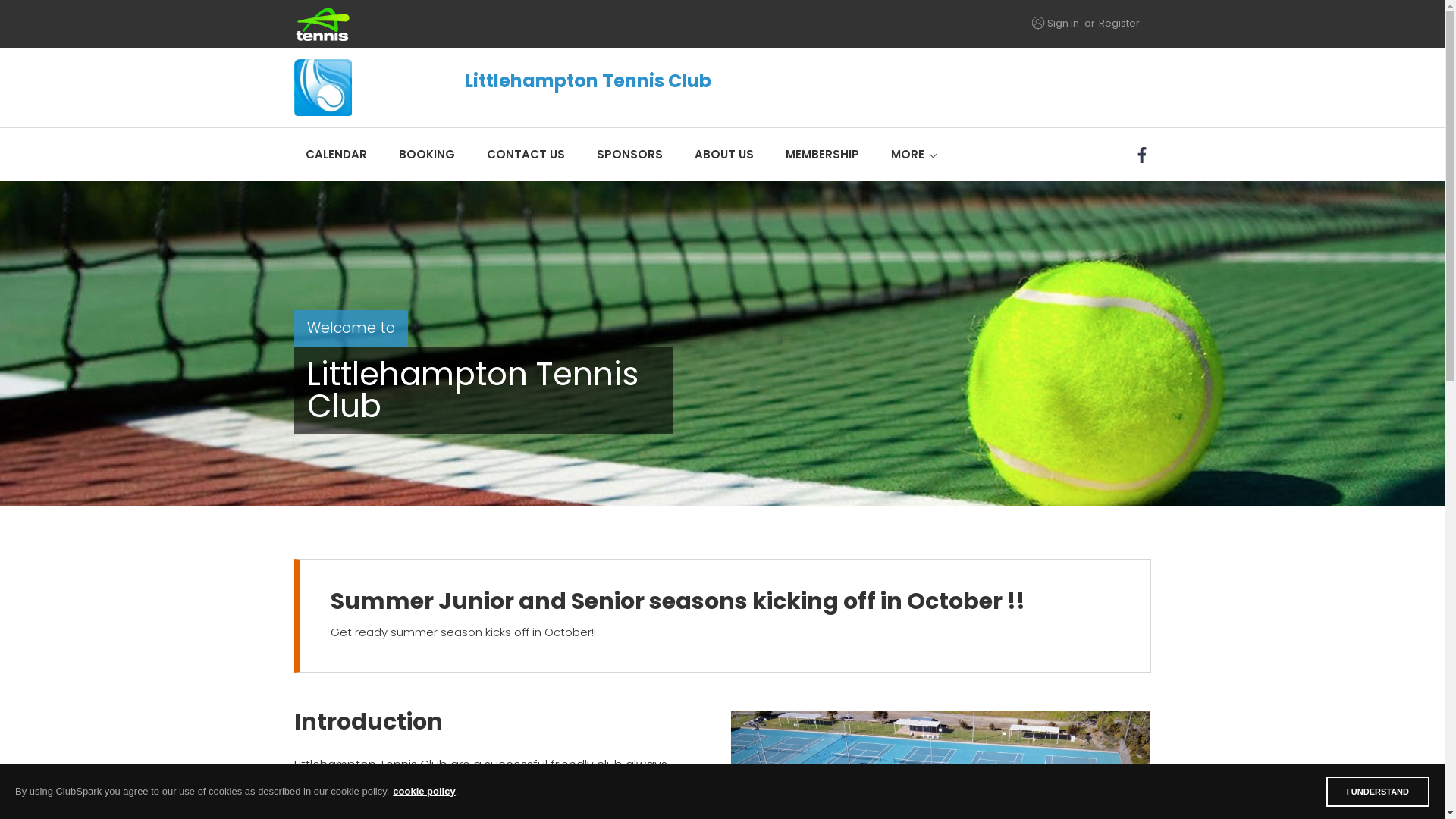 The image size is (1456, 819). Describe the element at coordinates (1378, 791) in the screenshot. I see `'I UNDERSTAND'` at that location.